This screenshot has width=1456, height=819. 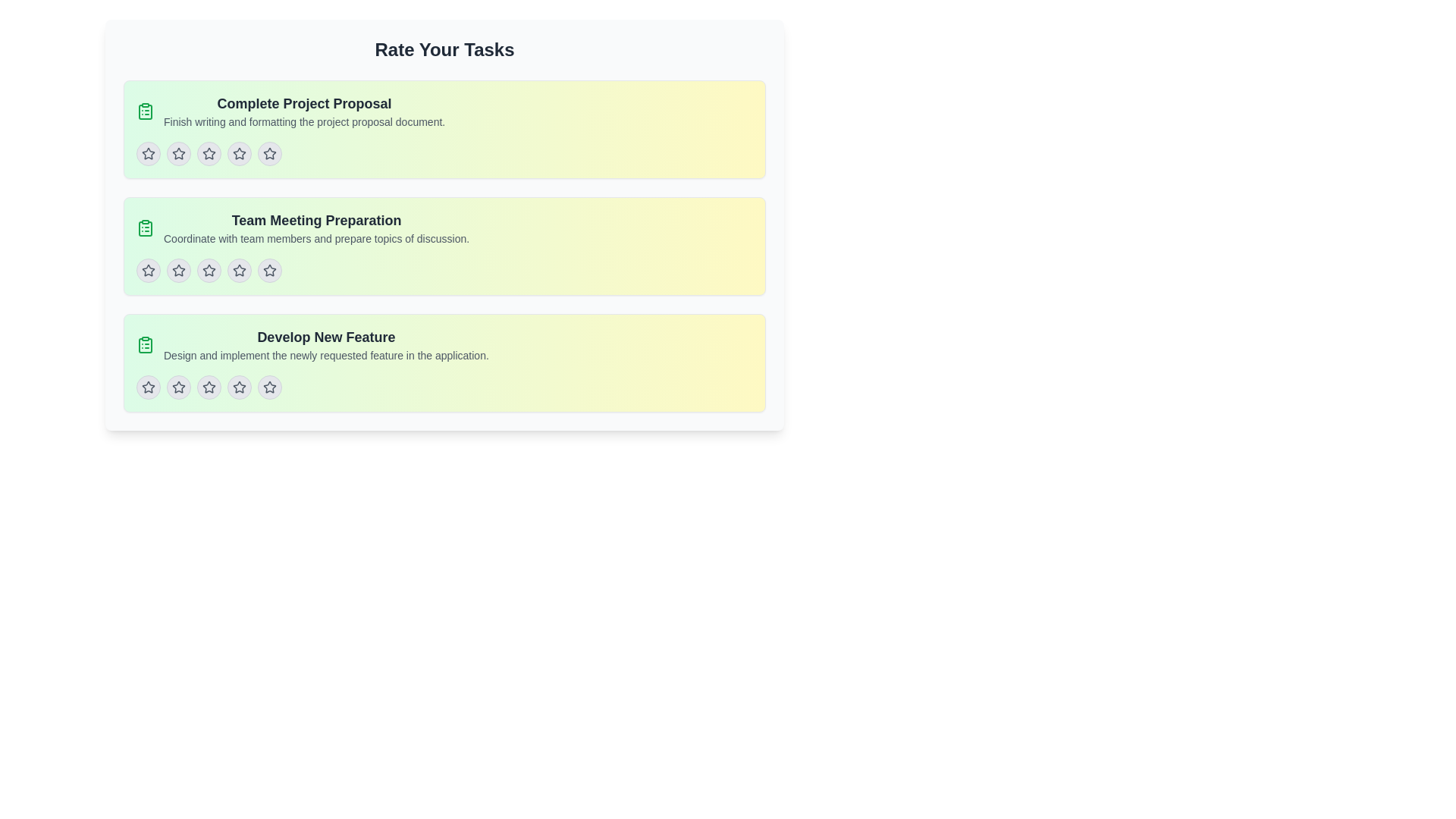 What do you see at coordinates (269, 154) in the screenshot?
I see `the circular button featuring a star icon in the 'Complete Project Proposal' section` at bounding box center [269, 154].